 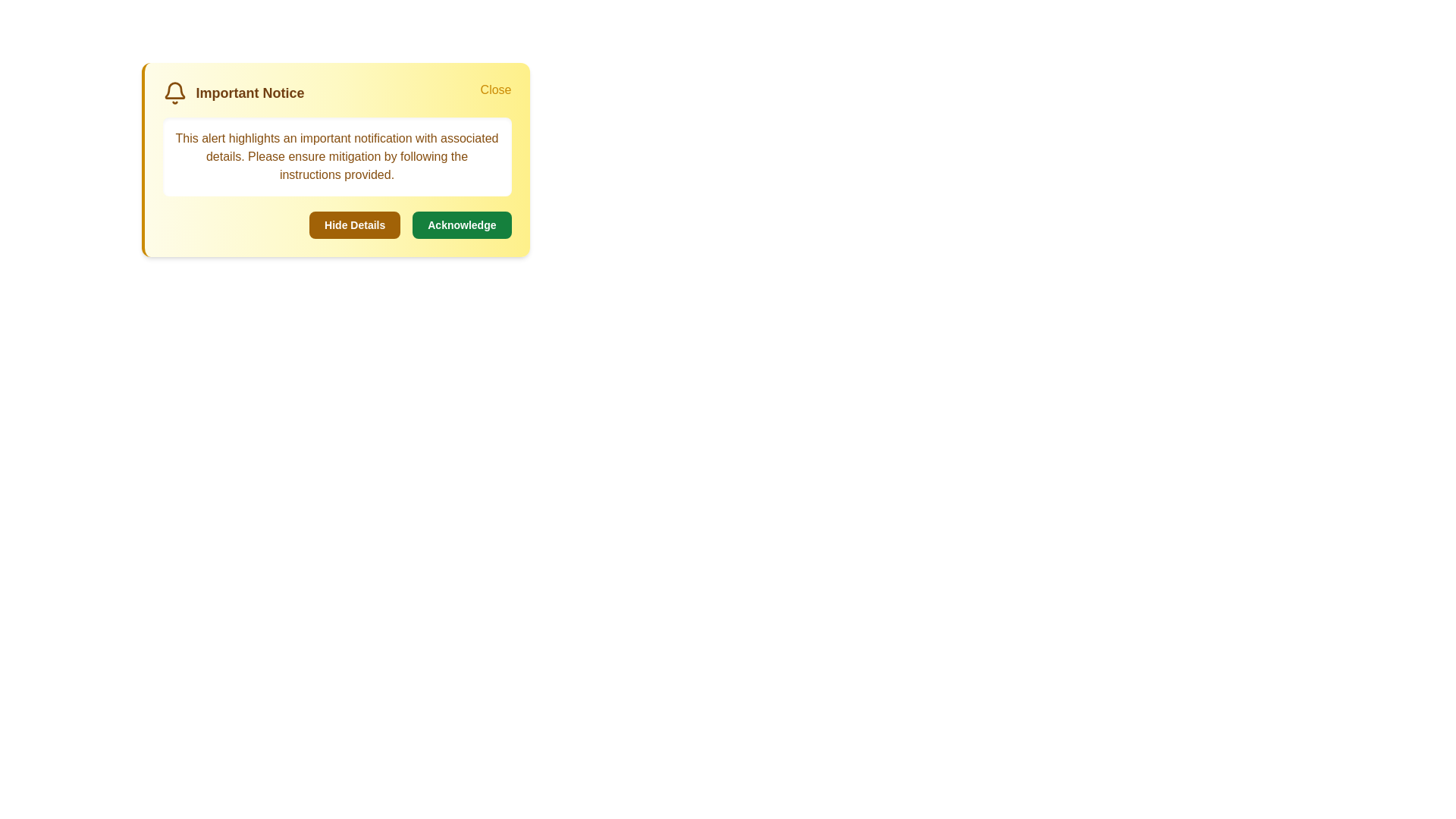 What do you see at coordinates (461, 225) in the screenshot?
I see `'Acknowledge' button to confirm the alert` at bounding box center [461, 225].